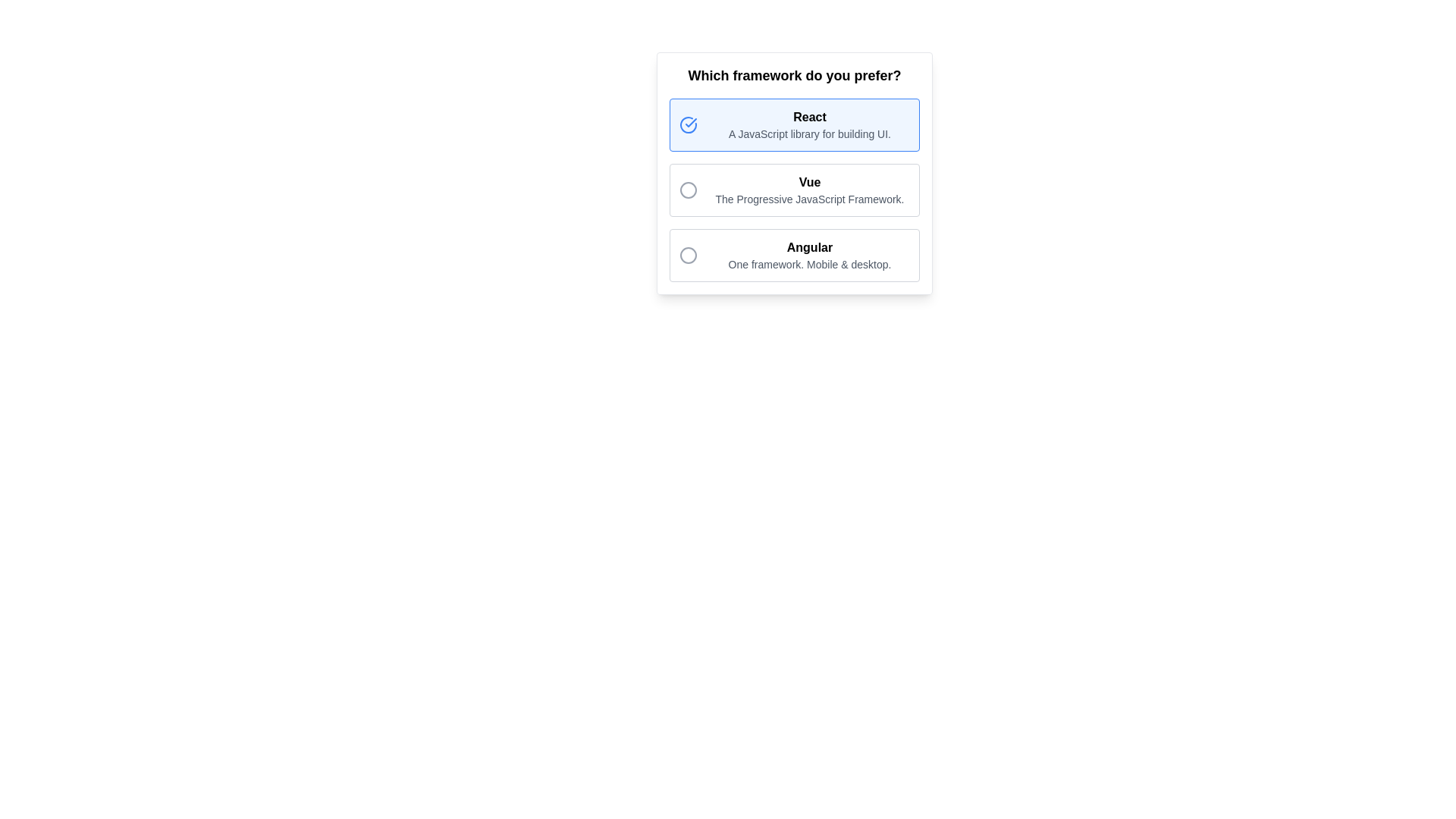  What do you see at coordinates (809, 254) in the screenshot?
I see `the text label option that contains the title 'Angular' and subtitle 'One framework. Mobile & desktop.' located in the third position of a vertical list` at bounding box center [809, 254].